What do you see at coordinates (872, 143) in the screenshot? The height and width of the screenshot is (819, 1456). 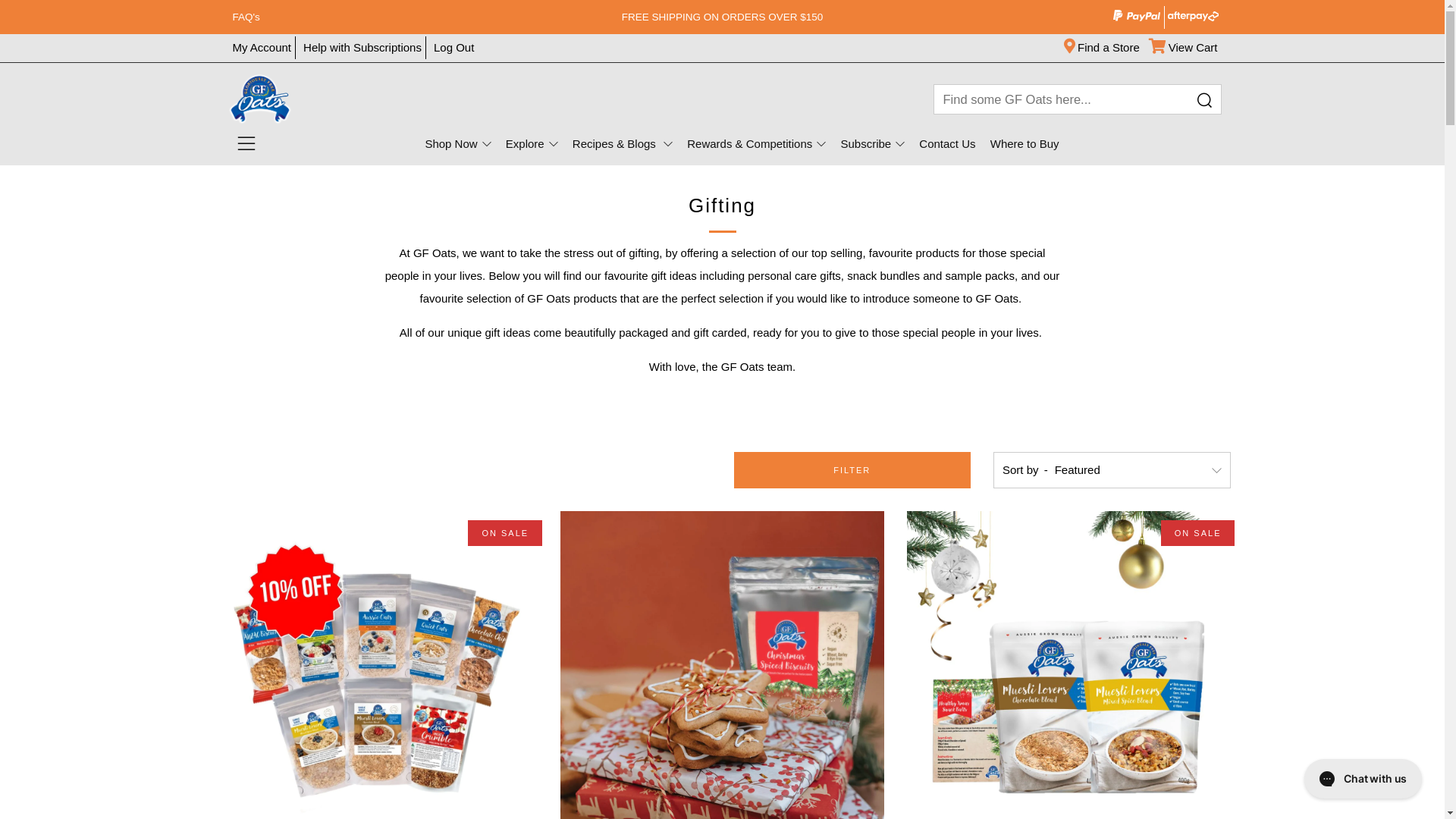 I see `'Subscribe'` at bounding box center [872, 143].